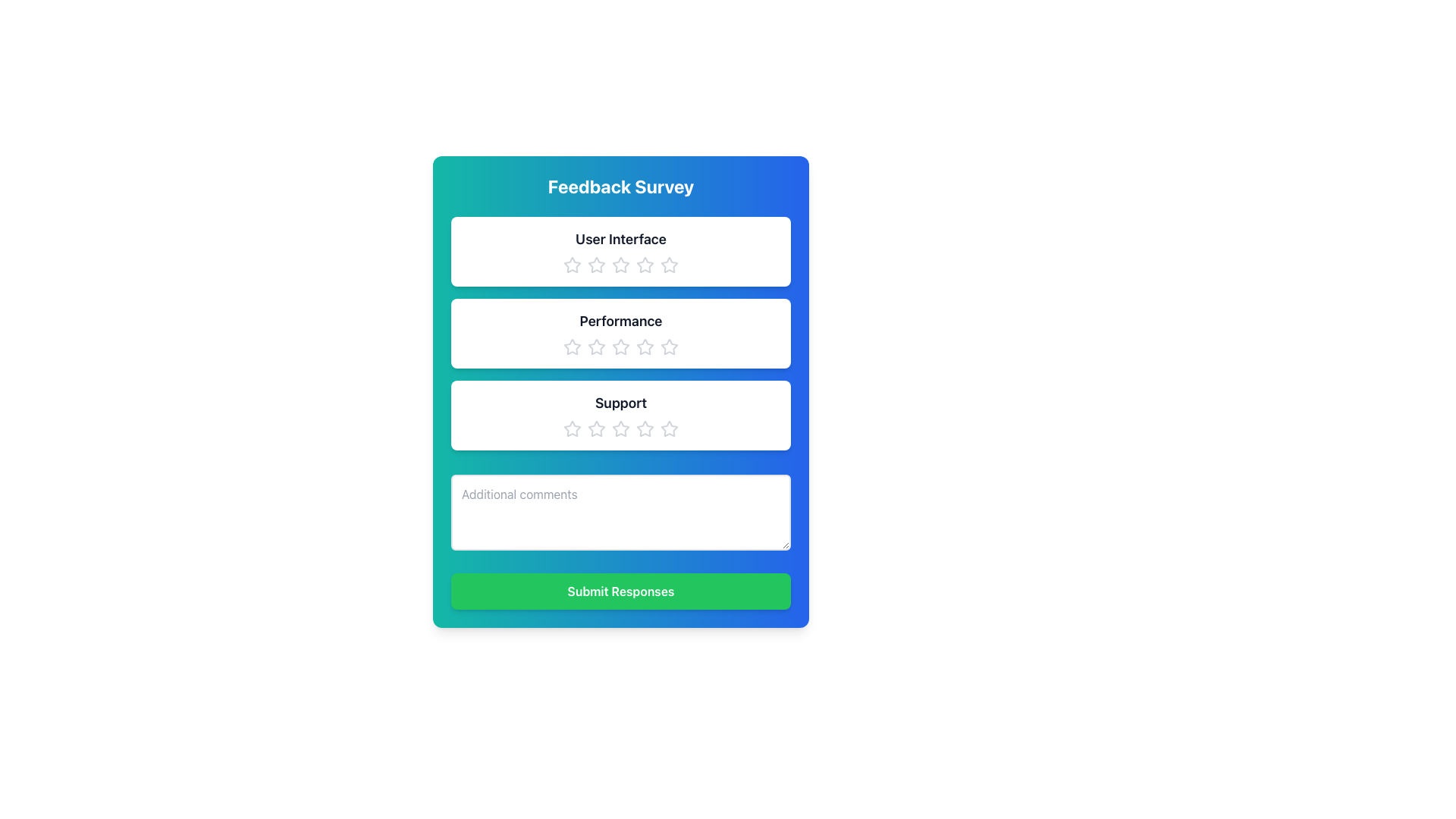 The image size is (1456, 819). I want to click on the second star icon in the rating bar for the 'User Interface' section, so click(596, 265).